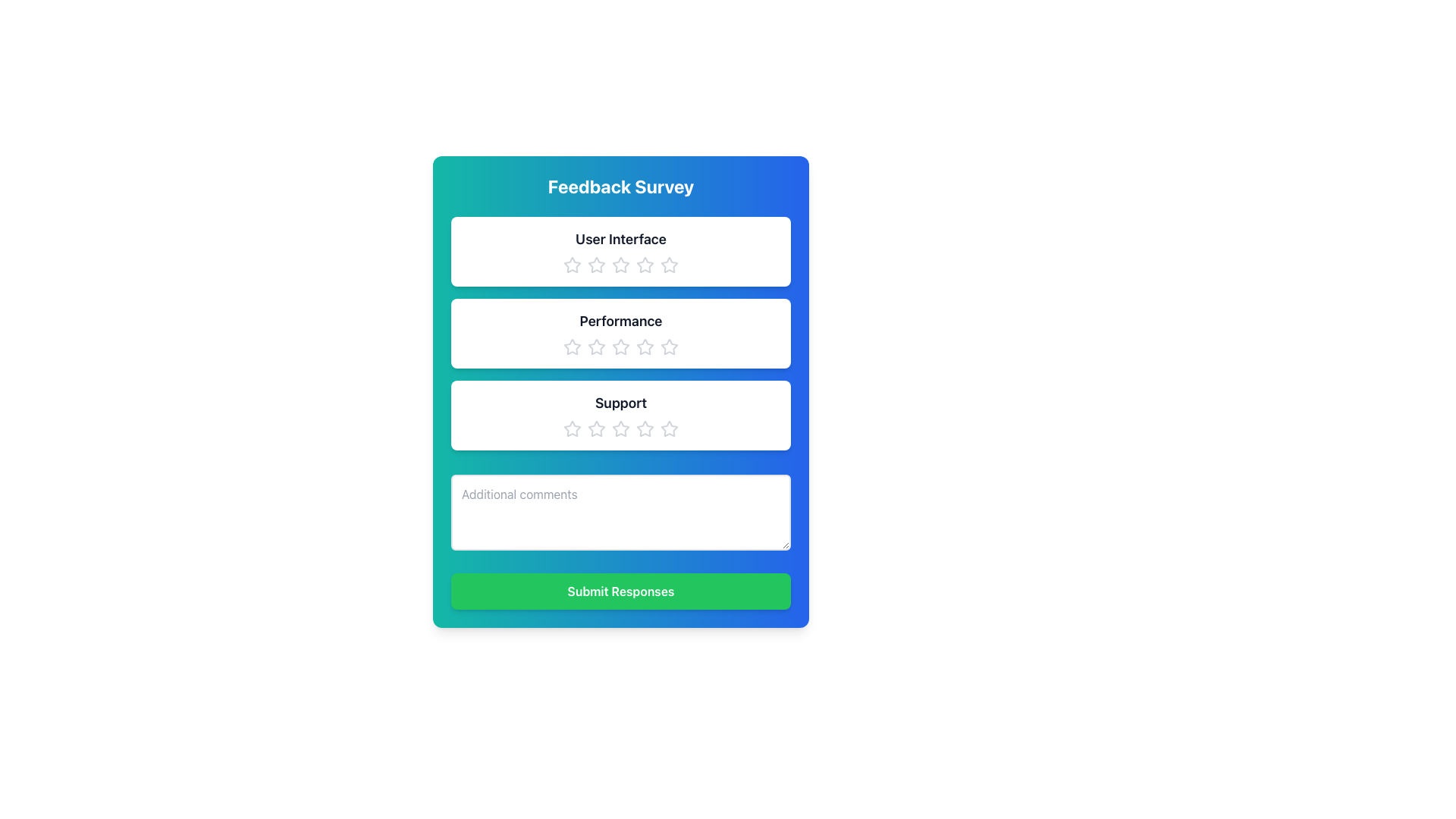 The image size is (1456, 819). I want to click on the second star icon in the rating bar for the 'User Interface' section, so click(596, 265).